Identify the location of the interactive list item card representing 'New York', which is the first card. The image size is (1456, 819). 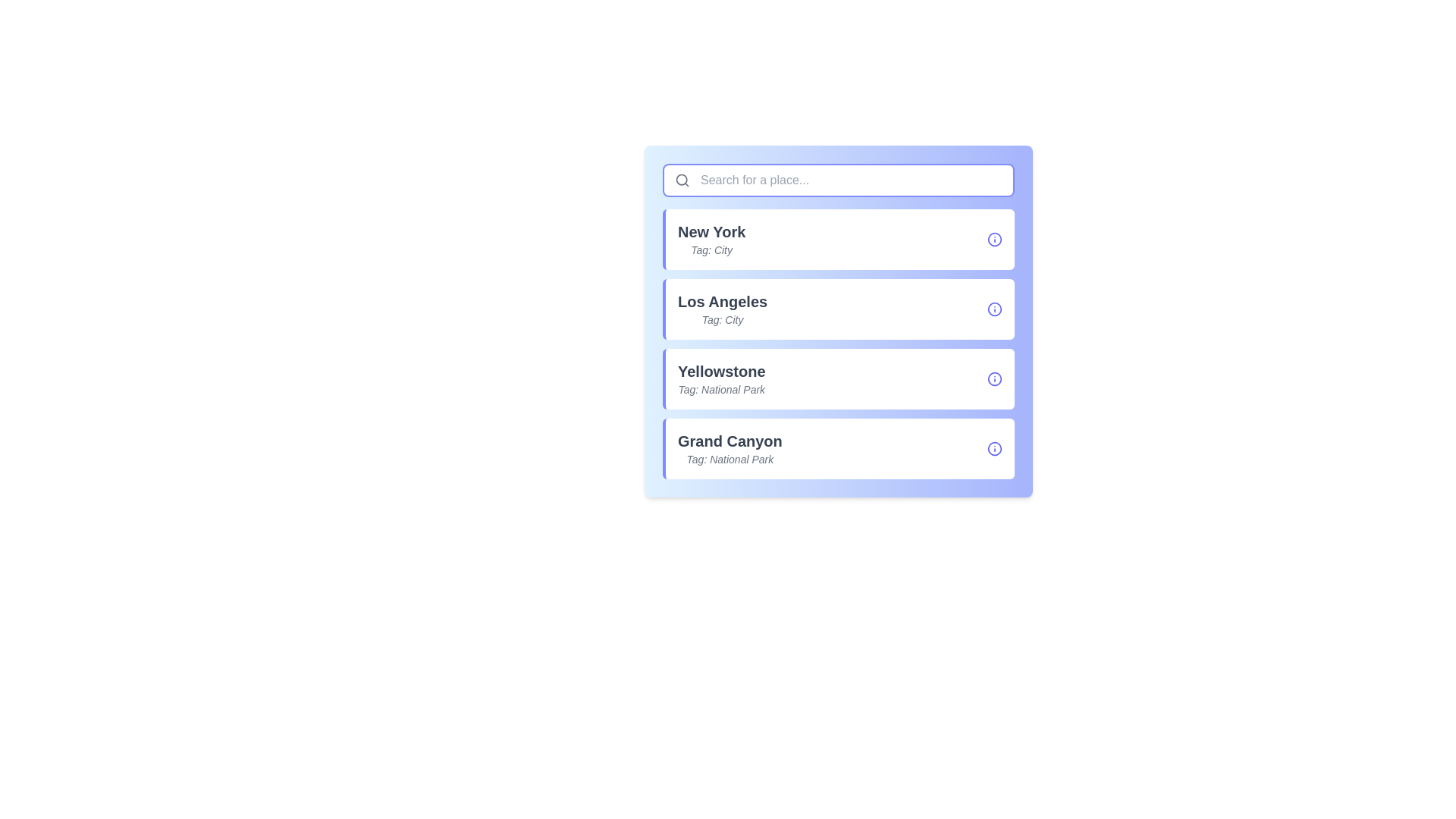
(837, 239).